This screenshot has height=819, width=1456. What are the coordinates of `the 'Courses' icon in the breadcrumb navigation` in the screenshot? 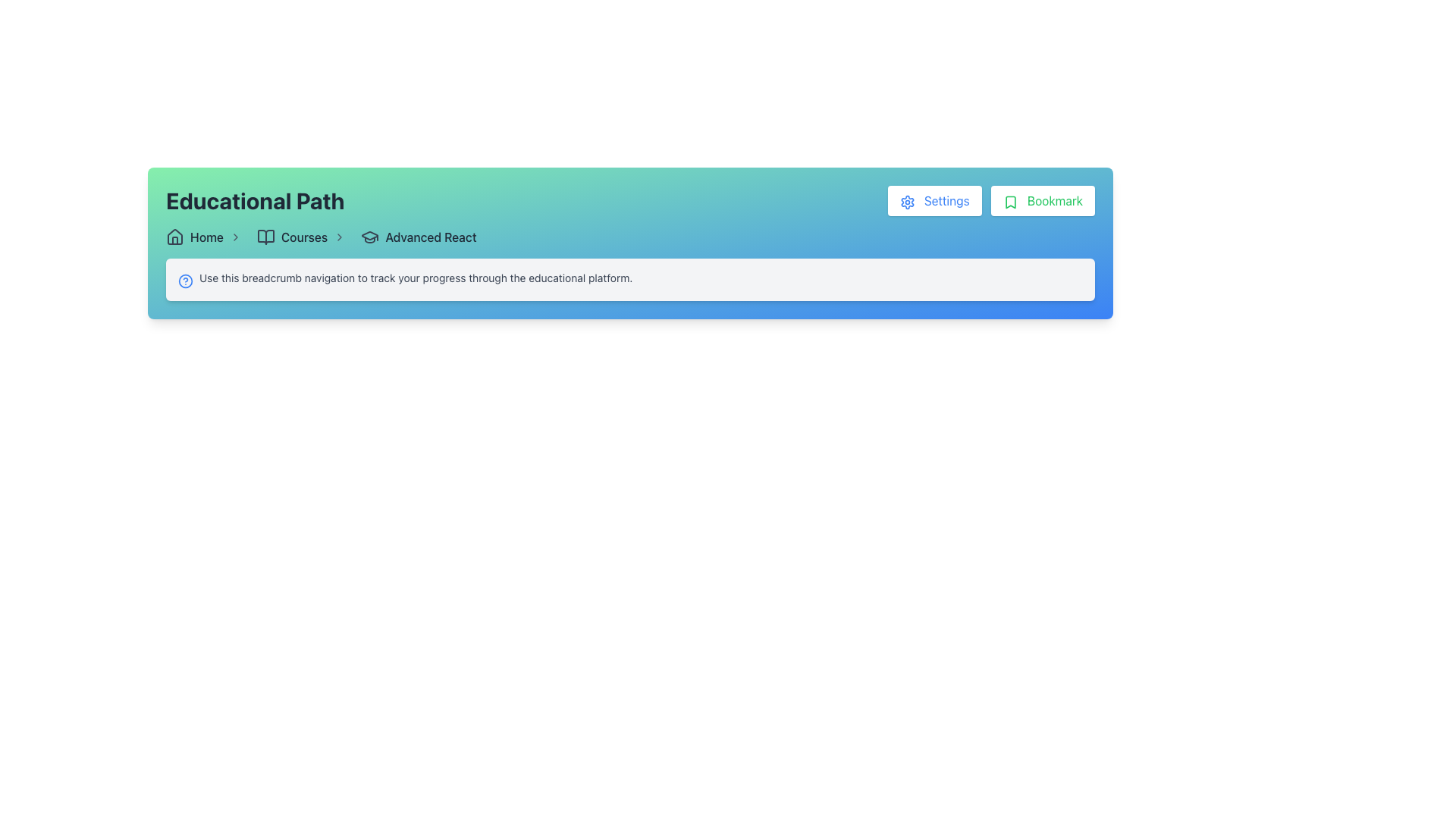 It's located at (265, 237).